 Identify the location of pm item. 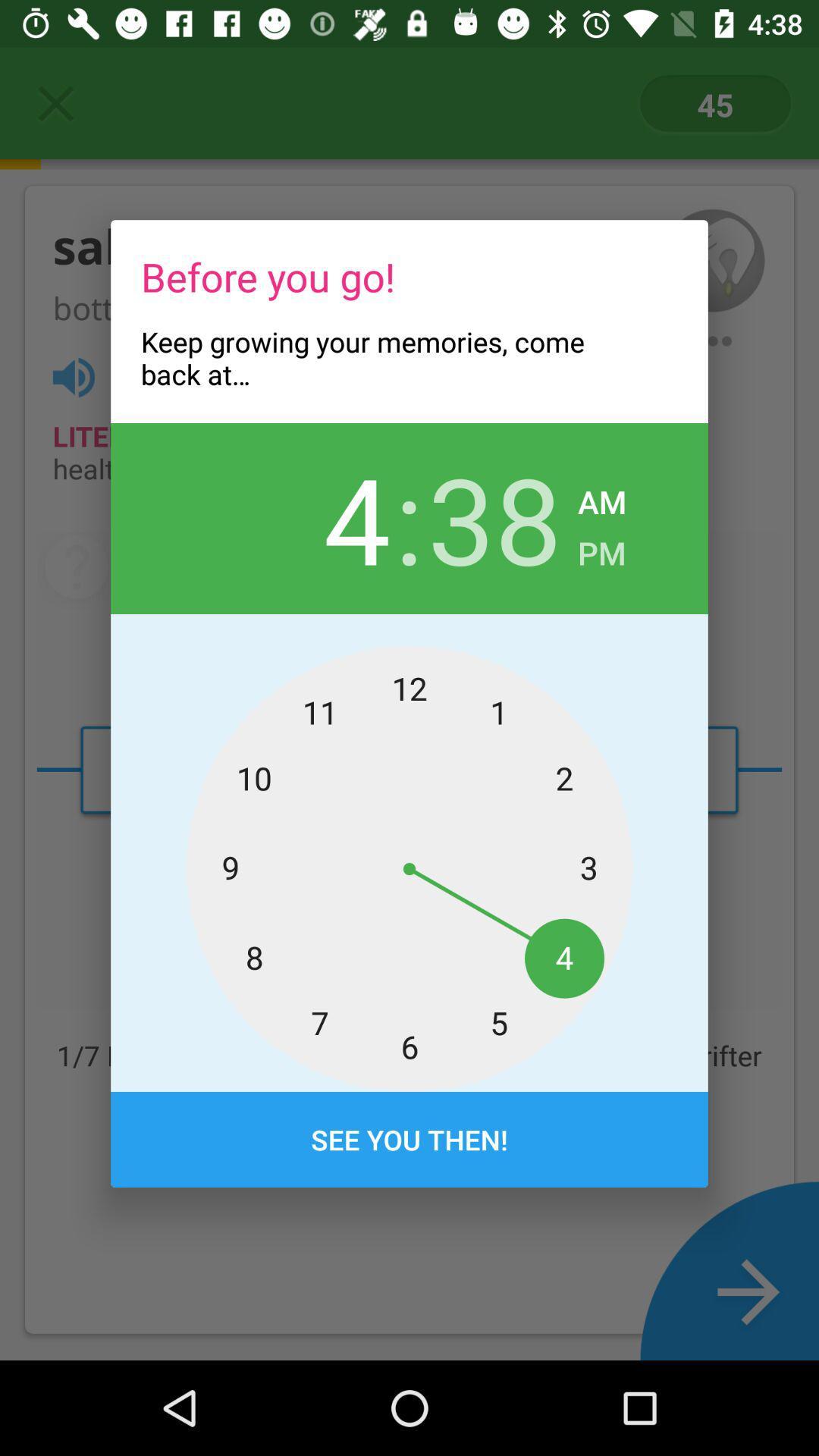
(601, 548).